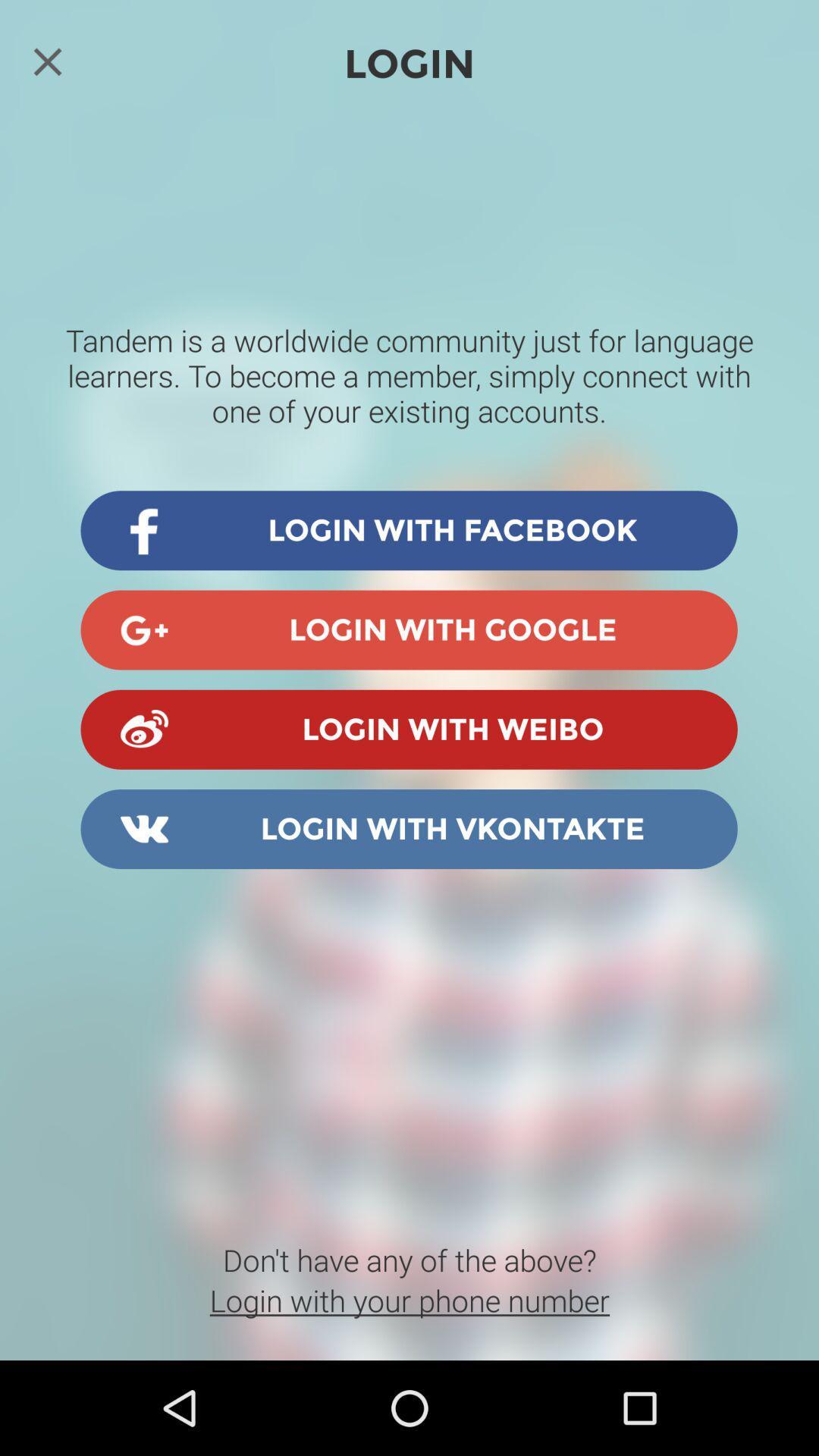 This screenshot has height=1456, width=819. What do you see at coordinates (46, 61) in the screenshot?
I see `button` at bounding box center [46, 61].